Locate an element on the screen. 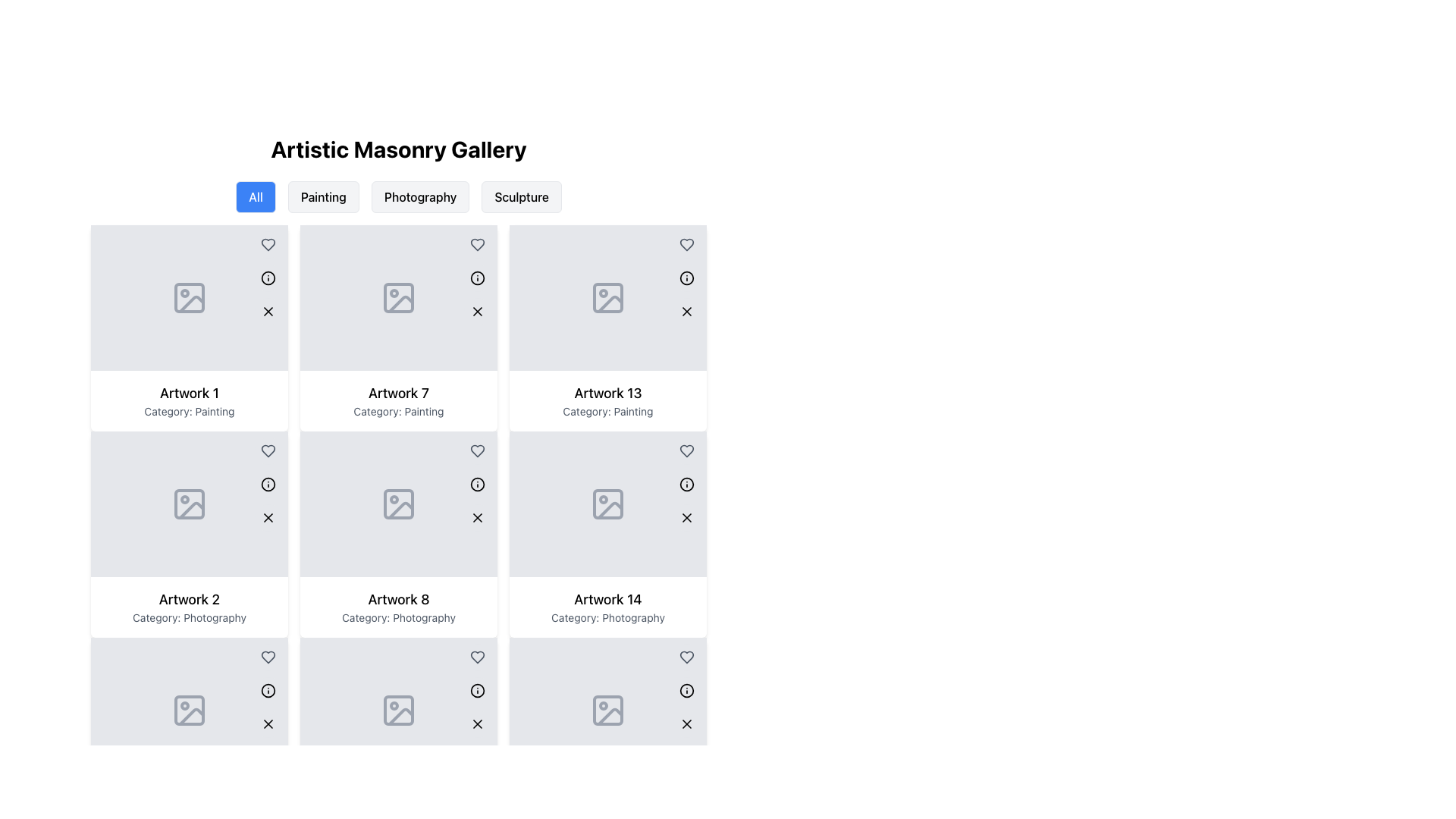 The image size is (1456, 819). the pictographic icon resembling a landscape within the 'Artwork 14' card in the 'Artistic Masonry Gallery' is located at coordinates (607, 711).